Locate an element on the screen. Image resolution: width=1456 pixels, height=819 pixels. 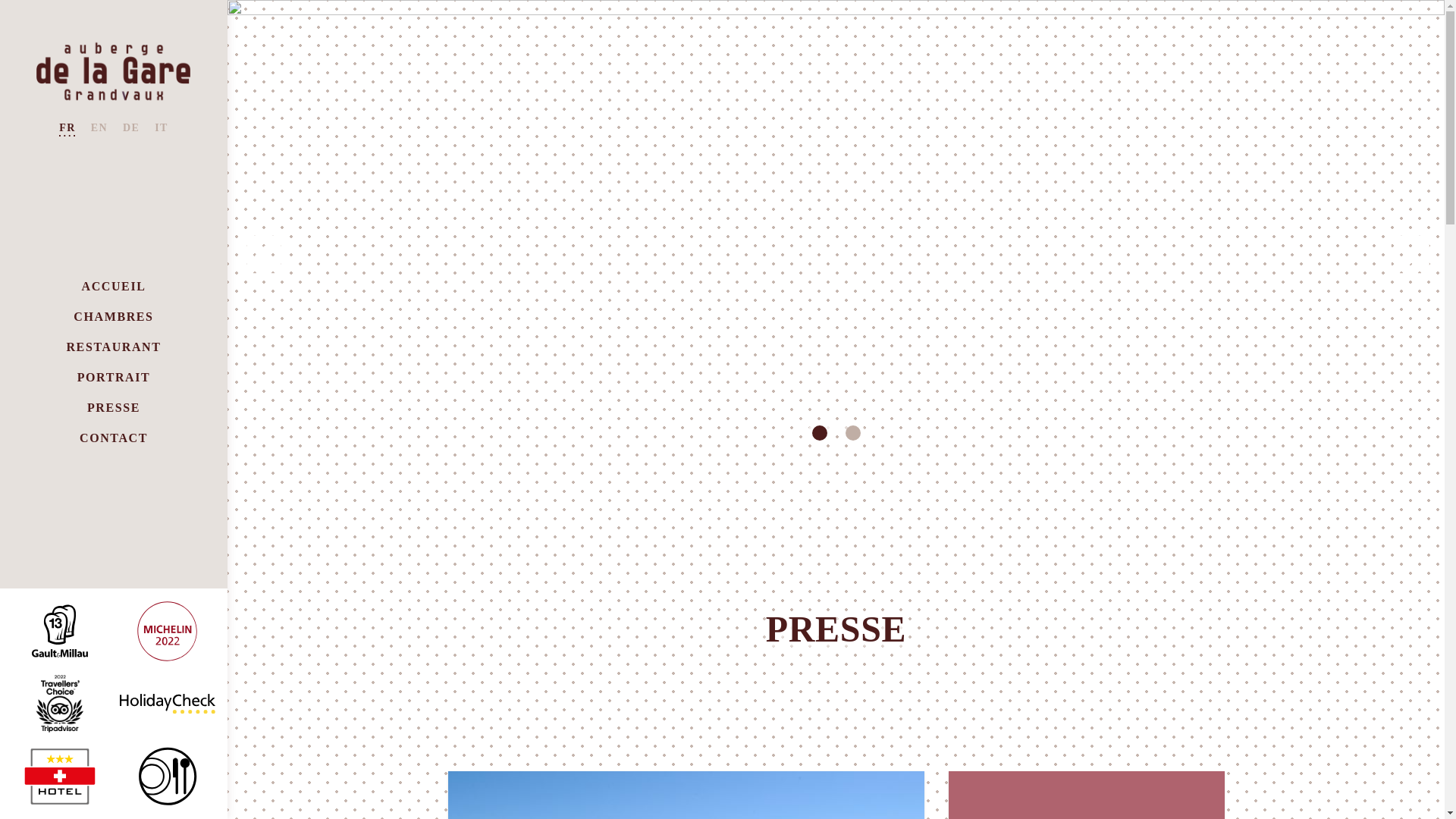
'FR' is located at coordinates (66, 127).